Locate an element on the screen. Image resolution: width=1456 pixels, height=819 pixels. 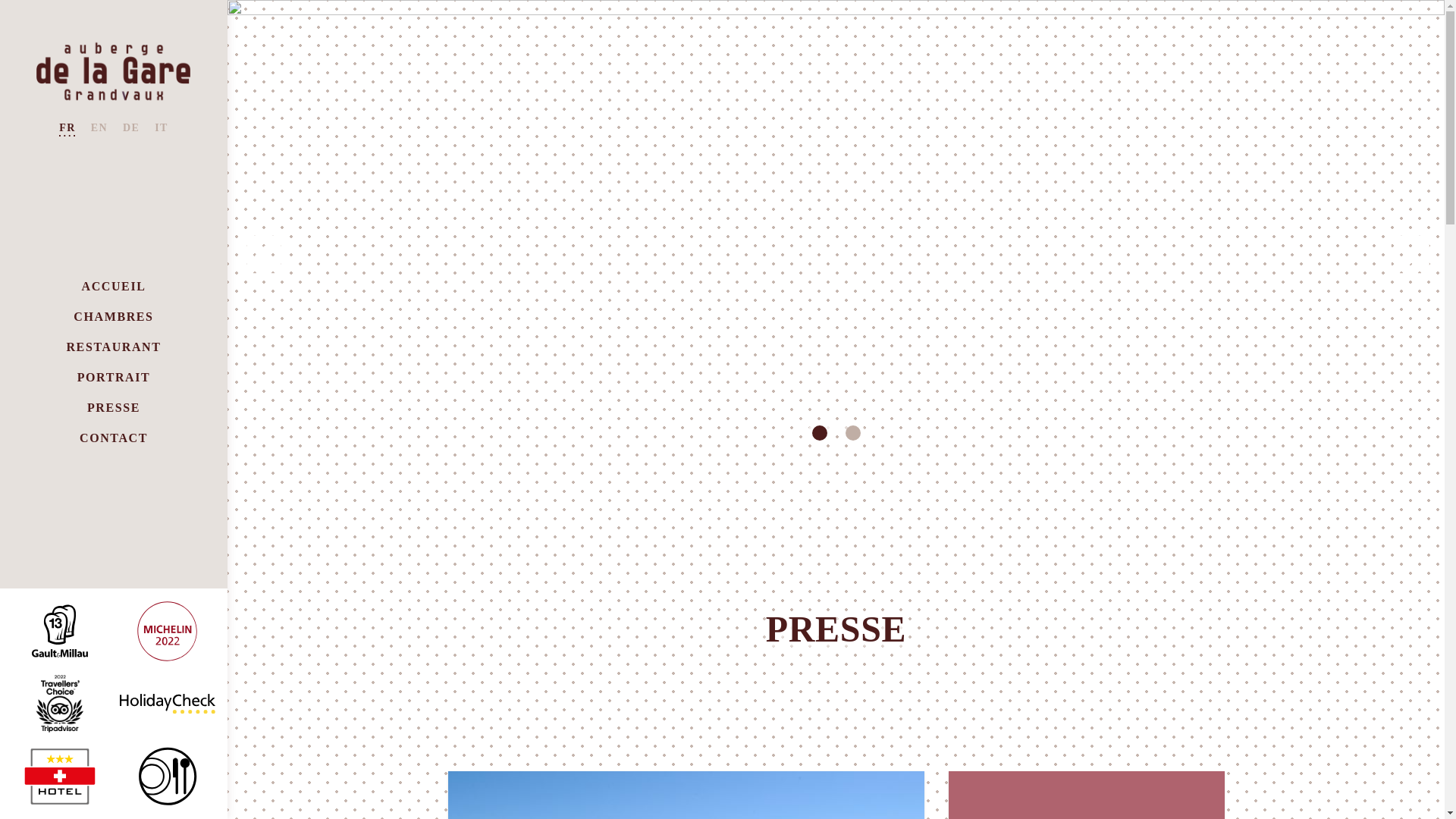
'FR' is located at coordinates (66, 127).